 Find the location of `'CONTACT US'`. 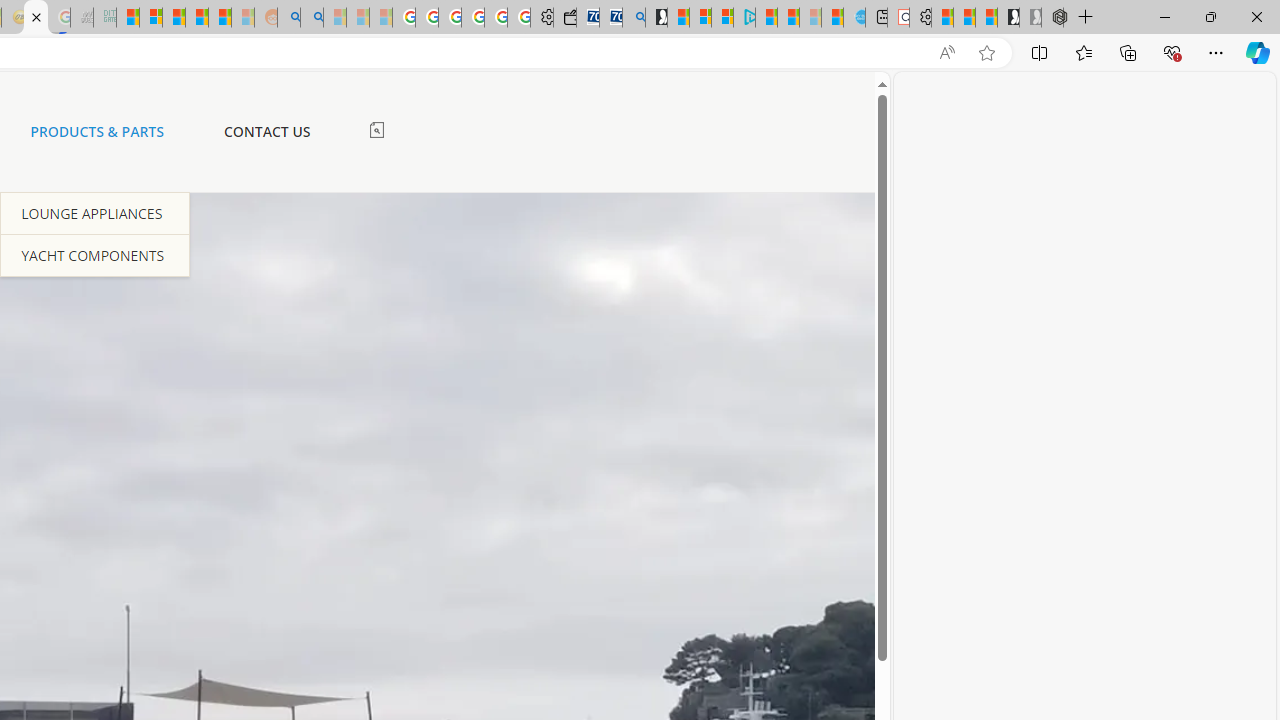

'CONTACT US' is located at coordinates (265, 132).